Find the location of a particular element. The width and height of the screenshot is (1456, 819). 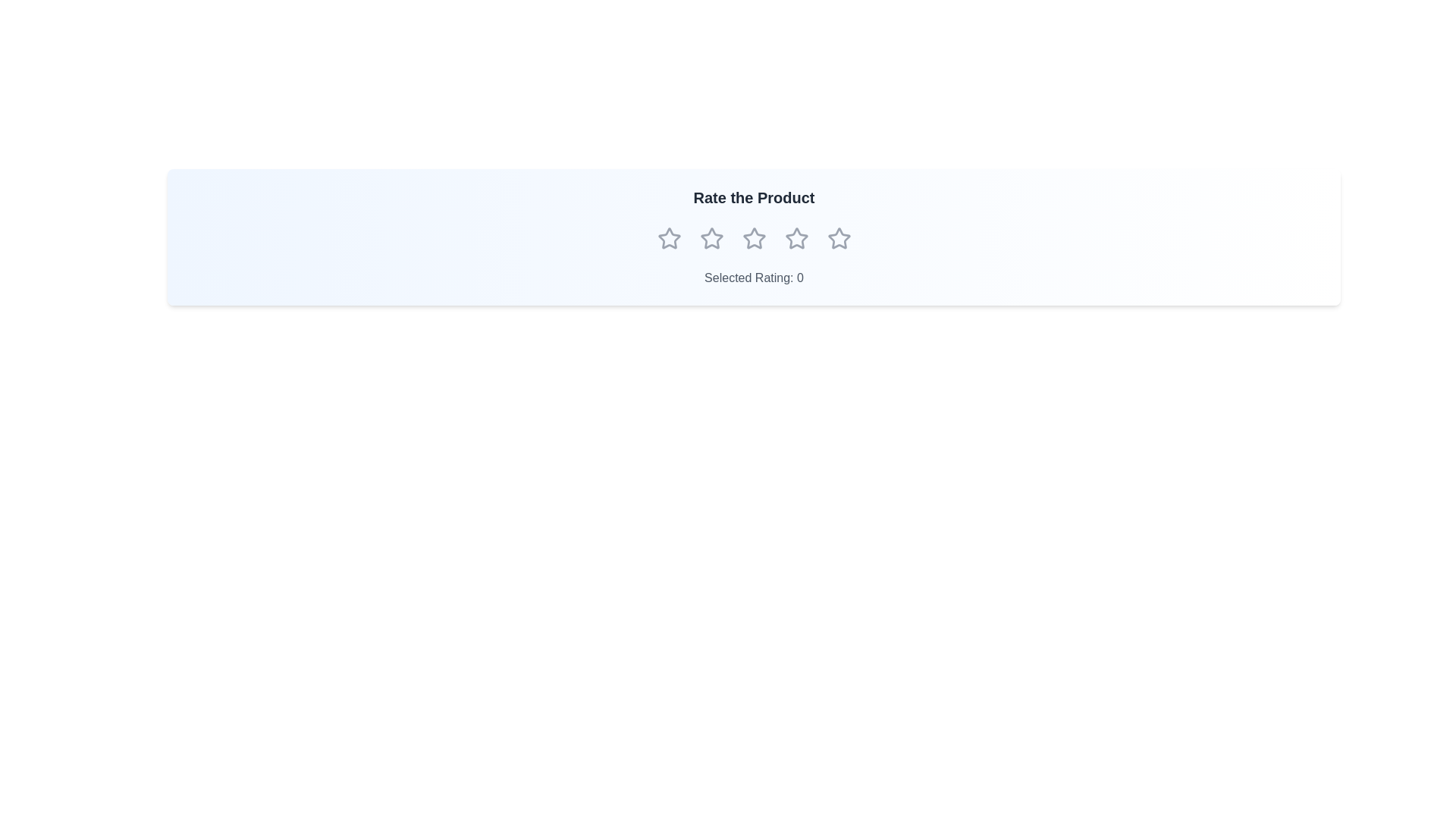

the first interactive rating star icon, which is outlined in grey and is part of a horizontal series of five stars is located at coordinates (668, 237).